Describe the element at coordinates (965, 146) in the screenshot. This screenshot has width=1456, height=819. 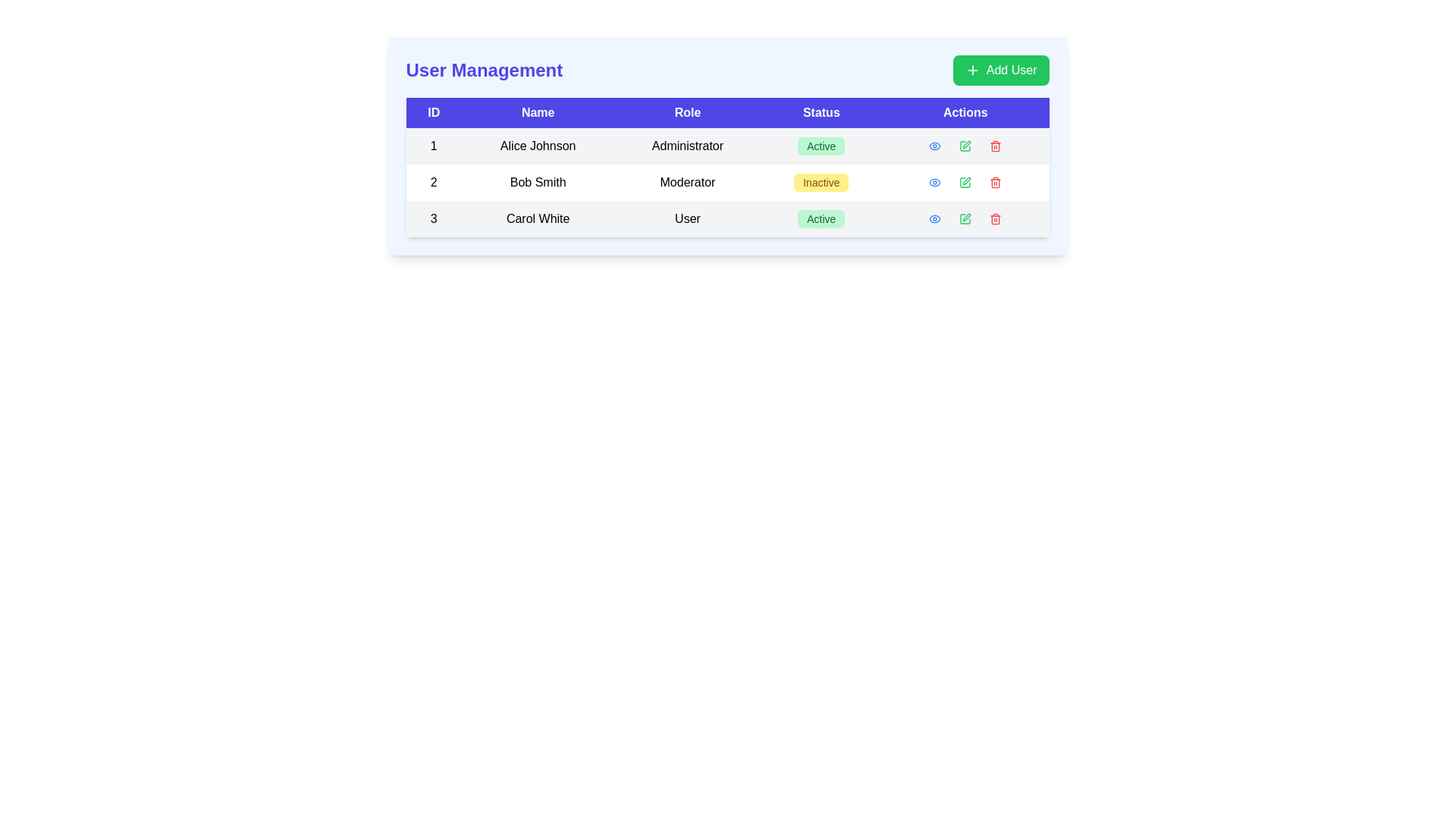
I see `the green pencil icon in the 'Actions' column` at that location.